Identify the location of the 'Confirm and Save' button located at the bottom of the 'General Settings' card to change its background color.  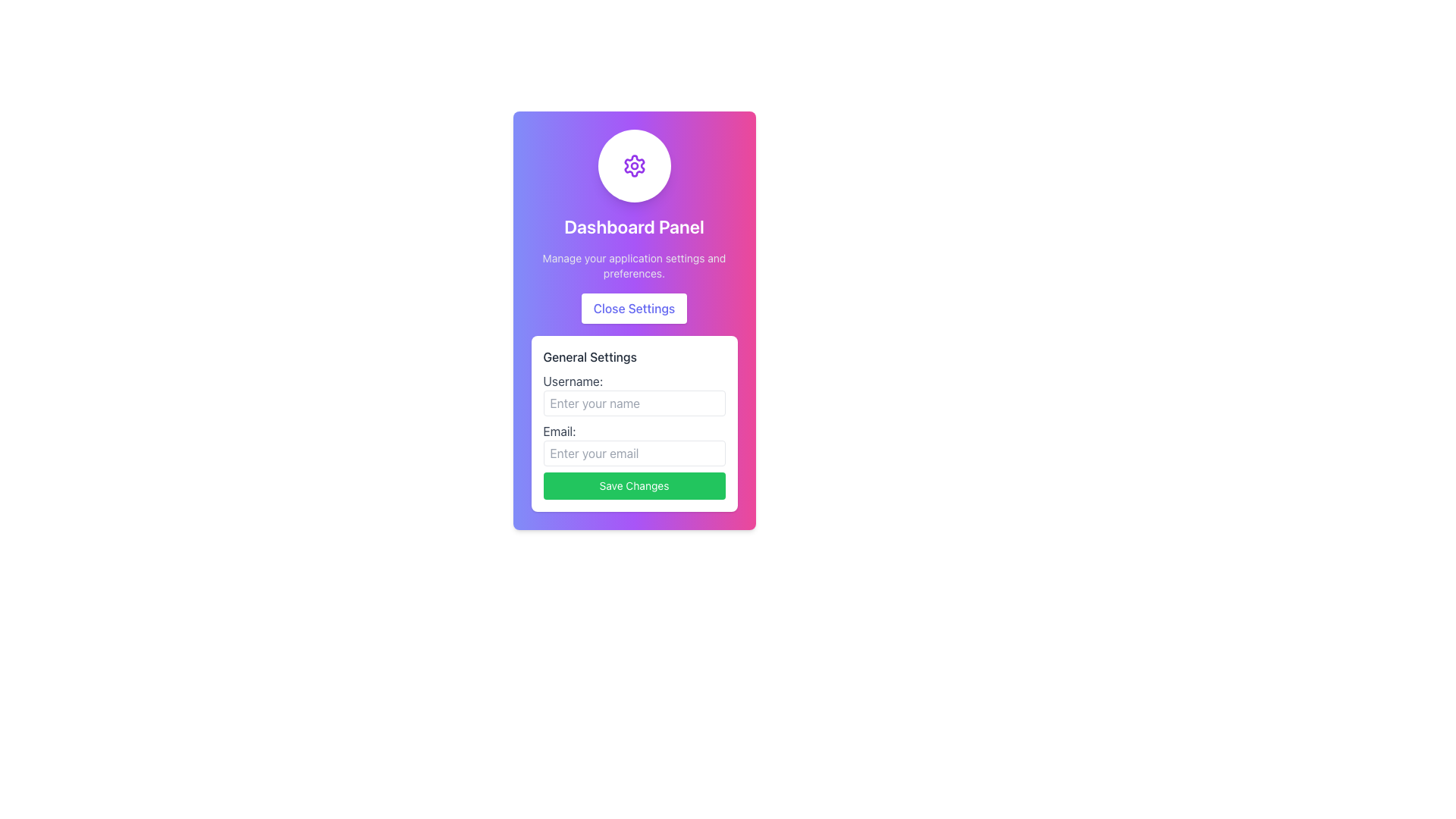
(634, 485).